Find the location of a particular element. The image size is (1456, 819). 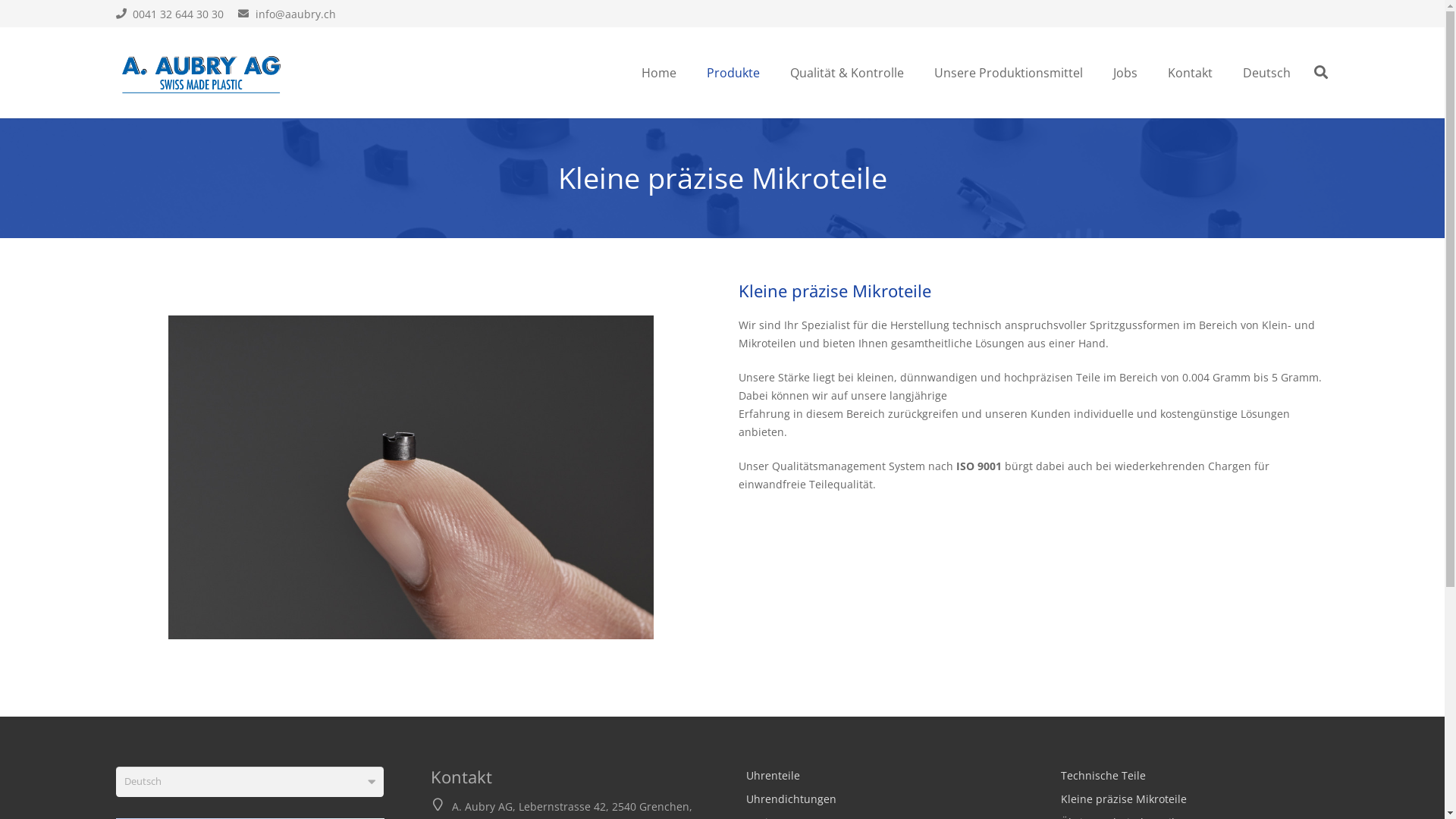

'Deutsch' is located at coordinates (1266, 73).